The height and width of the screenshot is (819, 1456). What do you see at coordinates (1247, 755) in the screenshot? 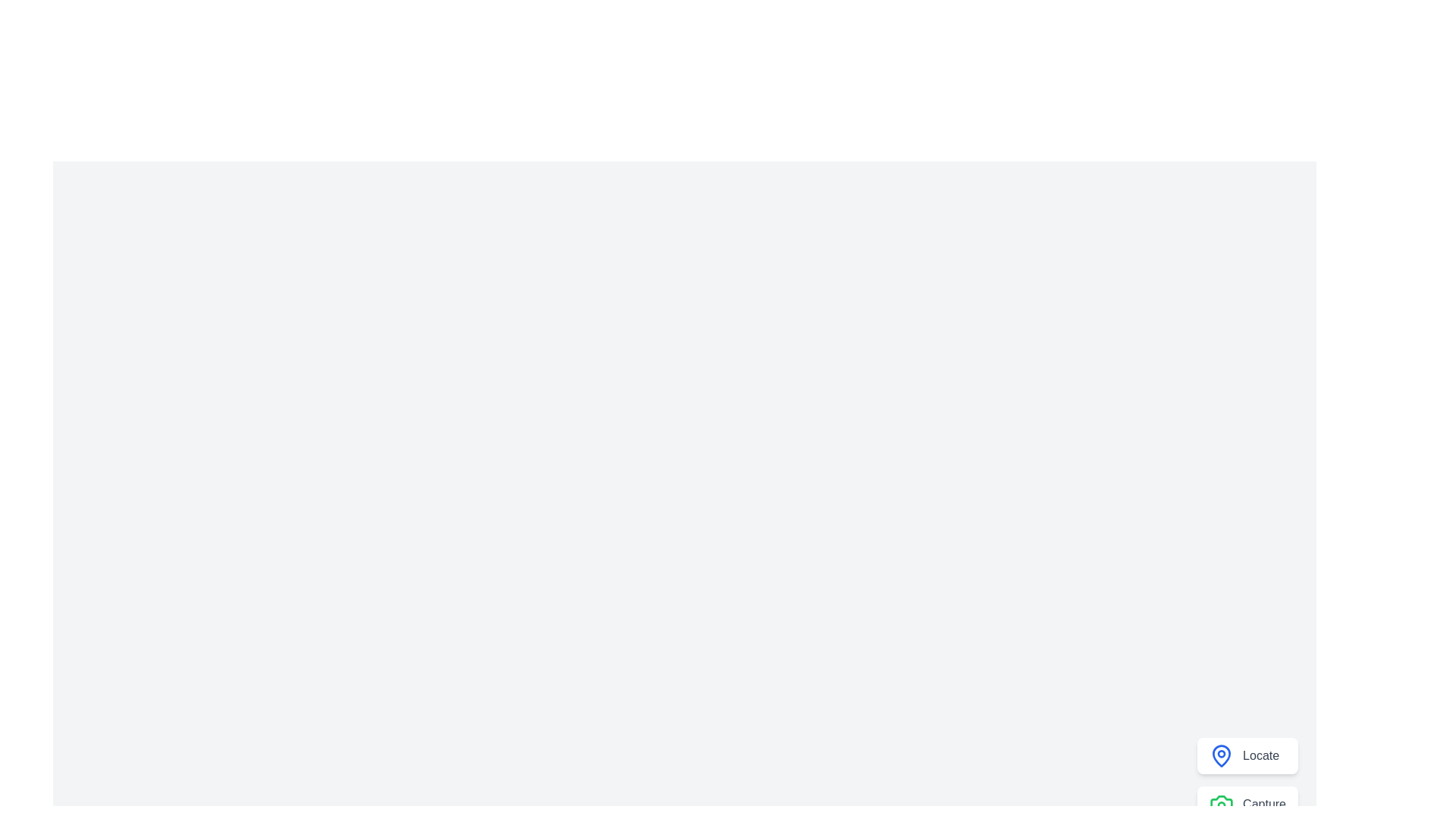
I see `the 'Locate' button to perform the locate action` at bounding box center [1247, 755].